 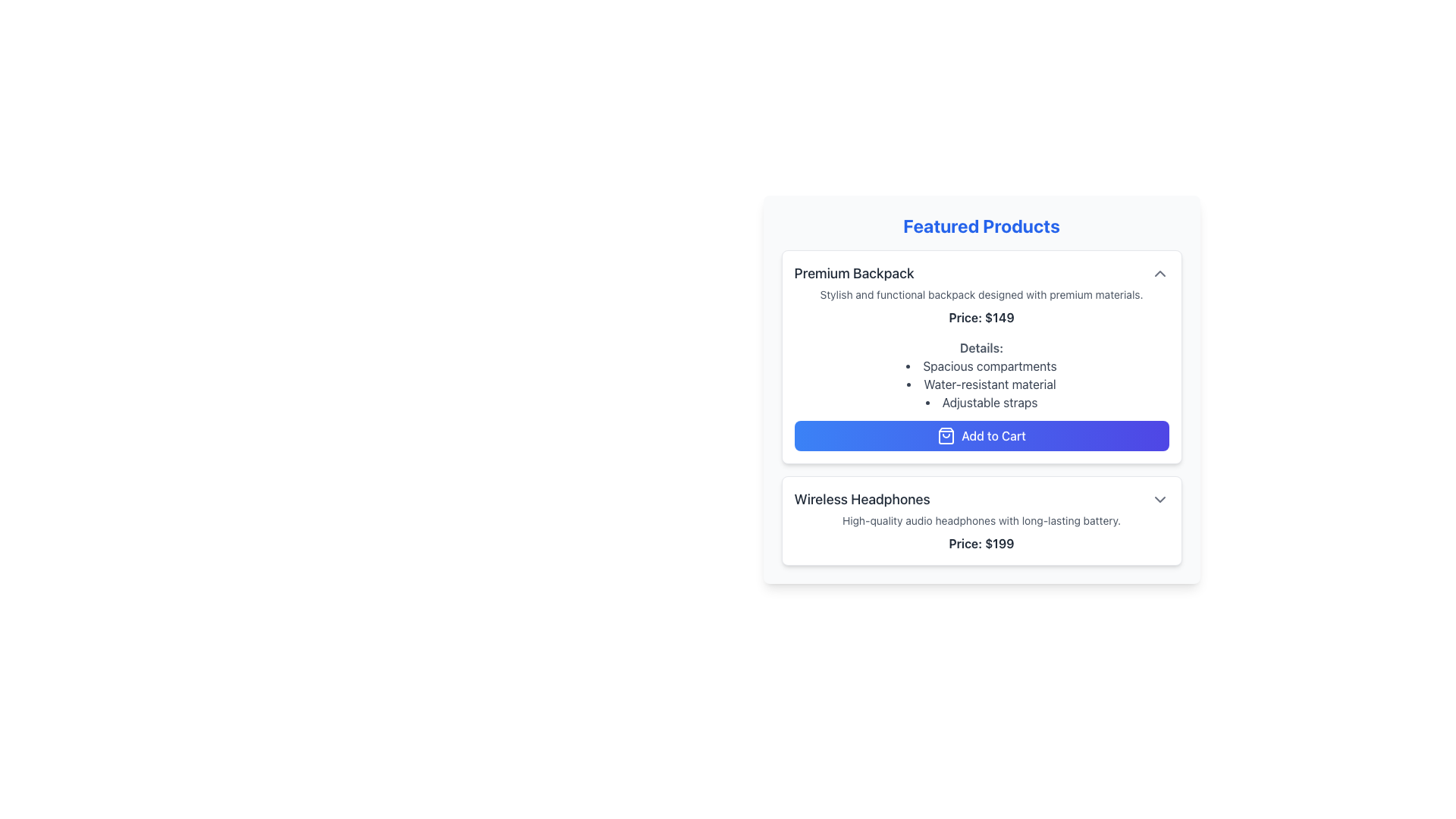 What do you see at coordinates (862, 500) in the screenshot?
I see `the text label displaying 'Wireless Headphones' in a large, bold font, aligned to the left within its card-like structure` at bounding box center [862, 500].